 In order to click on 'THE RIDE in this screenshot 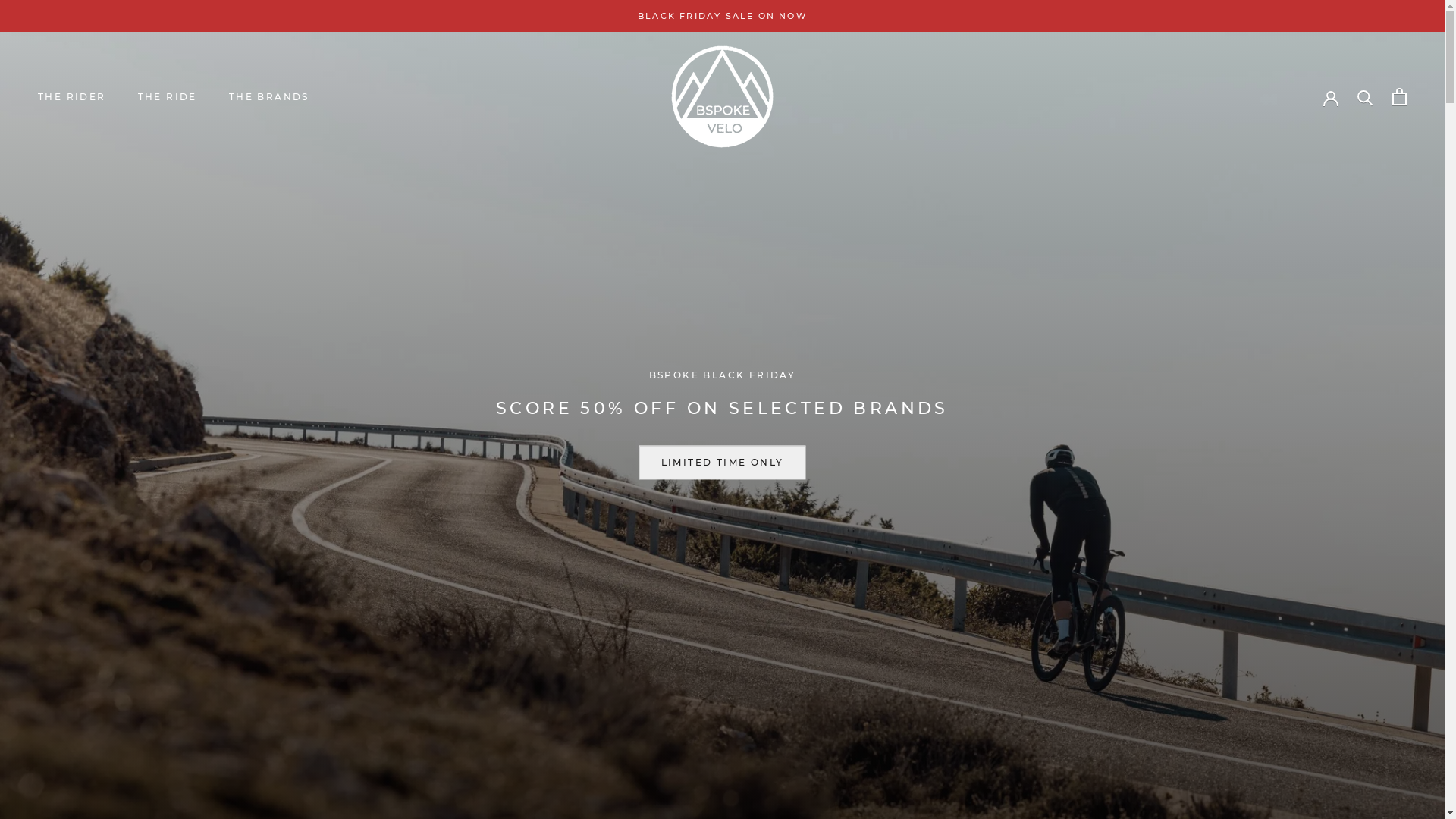, I will do `click(167, 96)`.